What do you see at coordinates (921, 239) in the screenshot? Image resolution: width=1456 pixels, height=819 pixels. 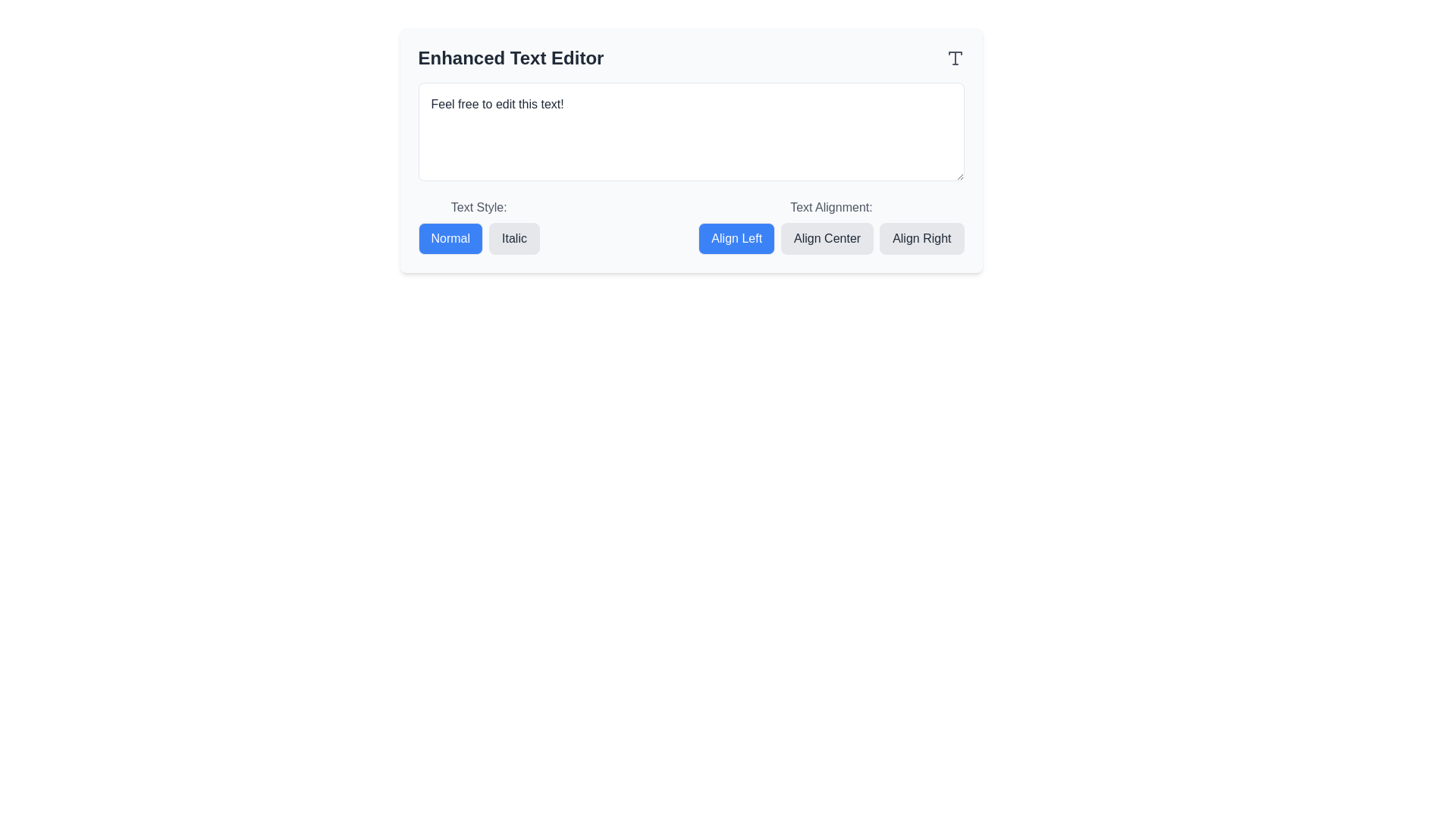 I see `the right alignment button located in the 'Text Alignment' section` at bounding box center [921, 239].